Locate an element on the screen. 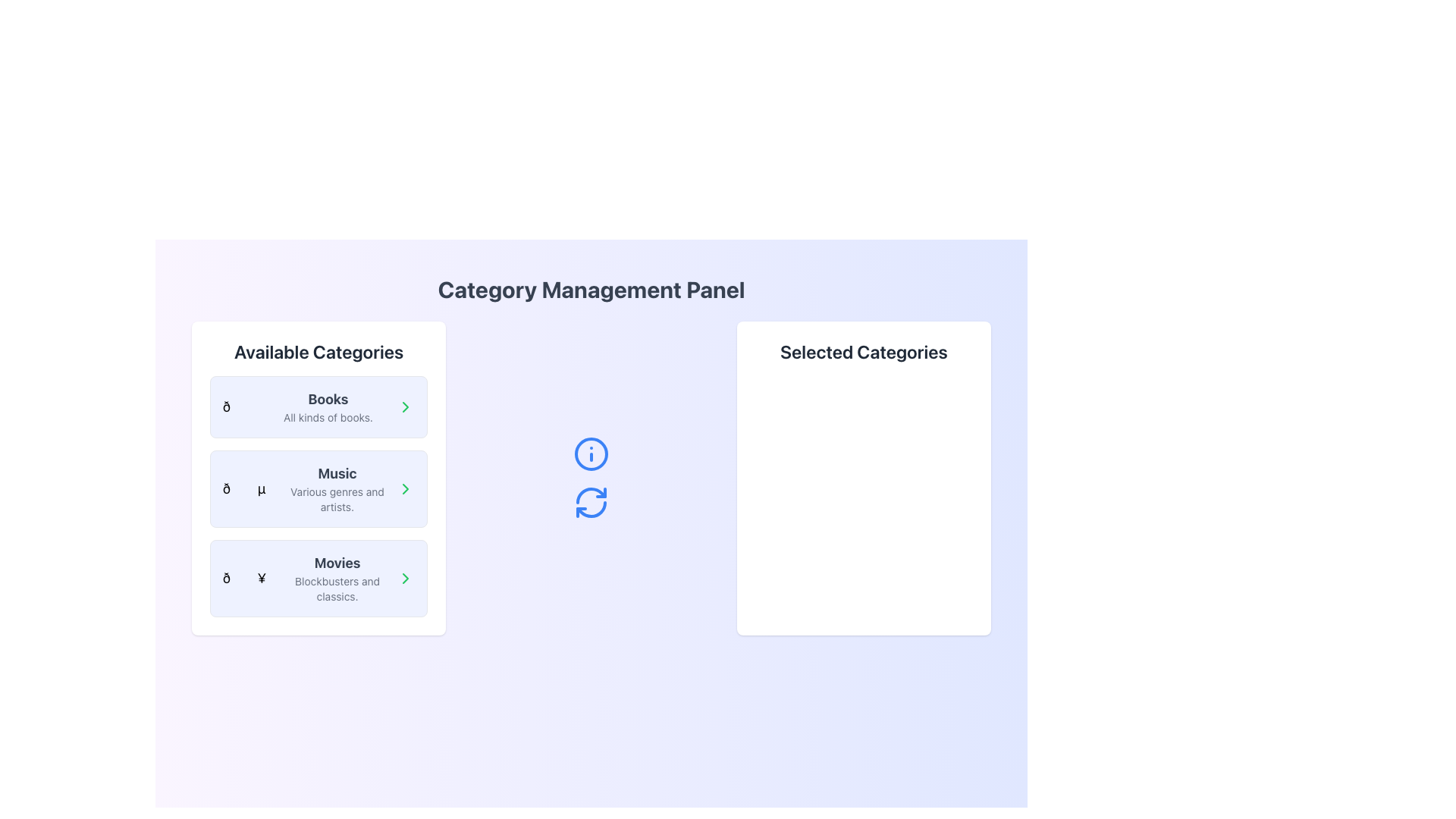 This screenshot has height=819, width=1456. the Text group within the first card of the 'Available Categories' section is located at coordinates (327, 406).